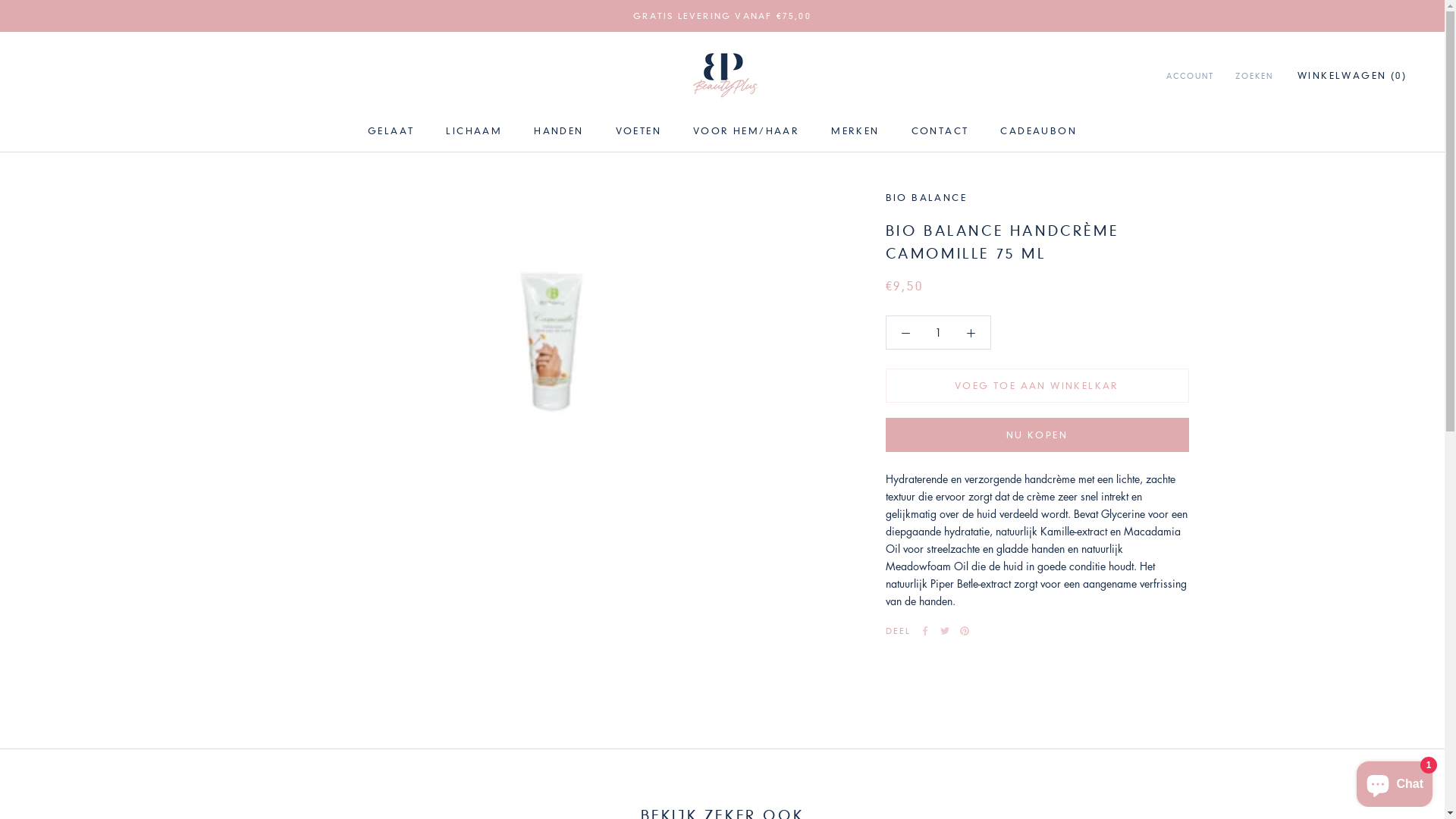 Image resolution: width=1456 pixels, height=819 pixels. What do you see at coordinates (939, 130) in the screenshot?
I see `'CONTACT` at bounding box center [939, 130].